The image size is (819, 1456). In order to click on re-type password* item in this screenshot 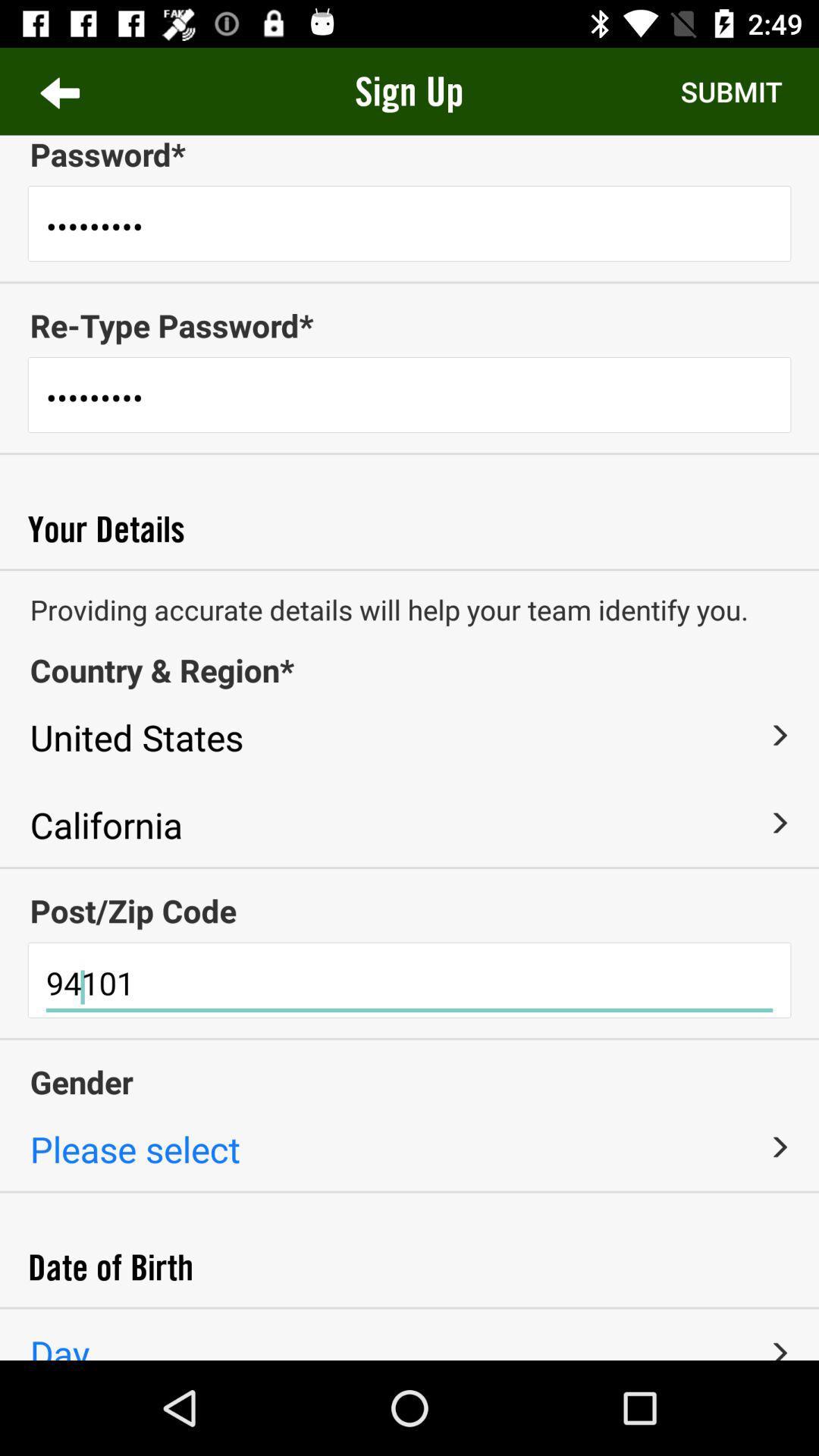, I will do `click(409, 324)`.